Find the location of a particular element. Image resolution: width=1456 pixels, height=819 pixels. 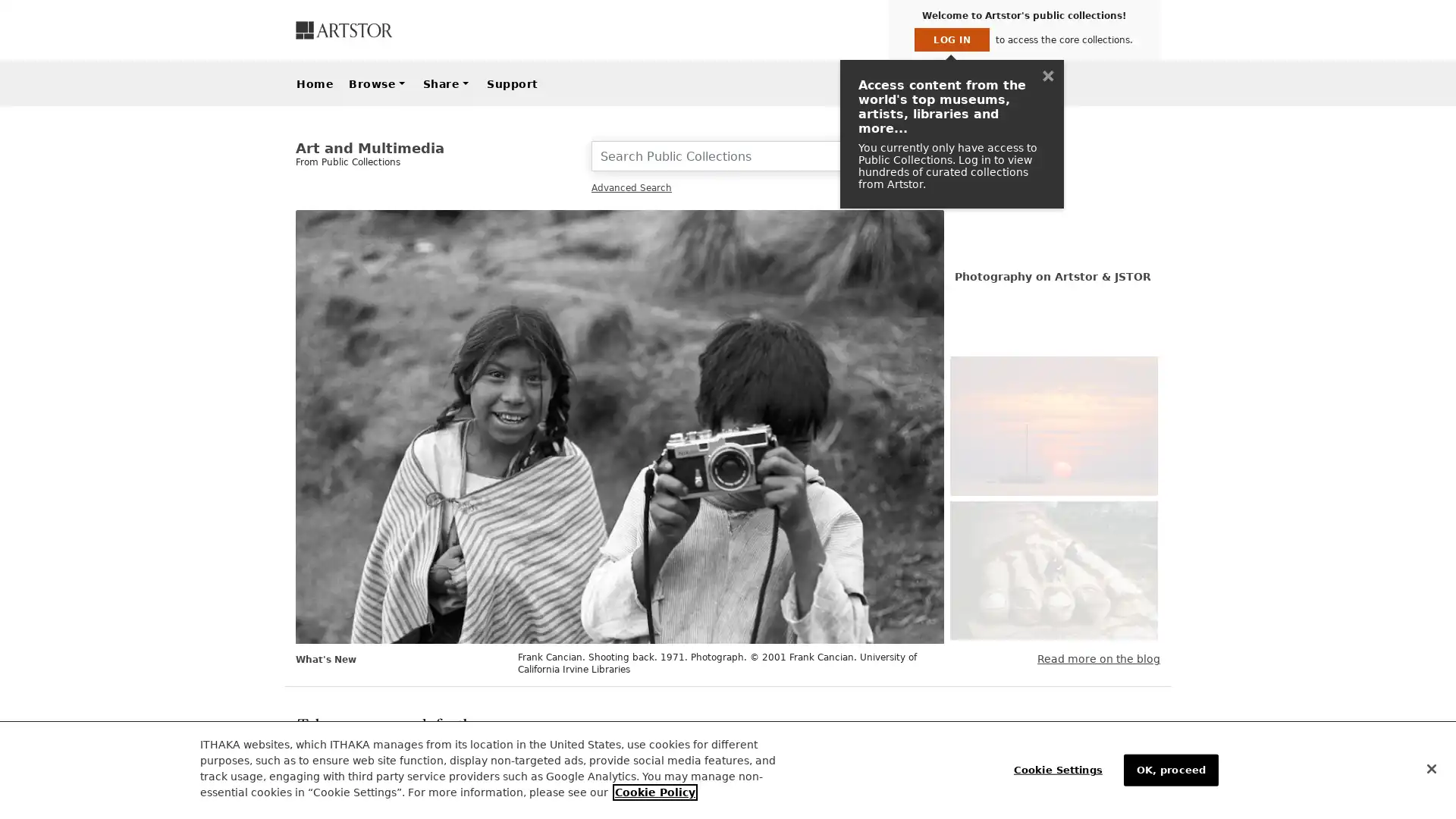

Close is located at coordinates (1430, 769).